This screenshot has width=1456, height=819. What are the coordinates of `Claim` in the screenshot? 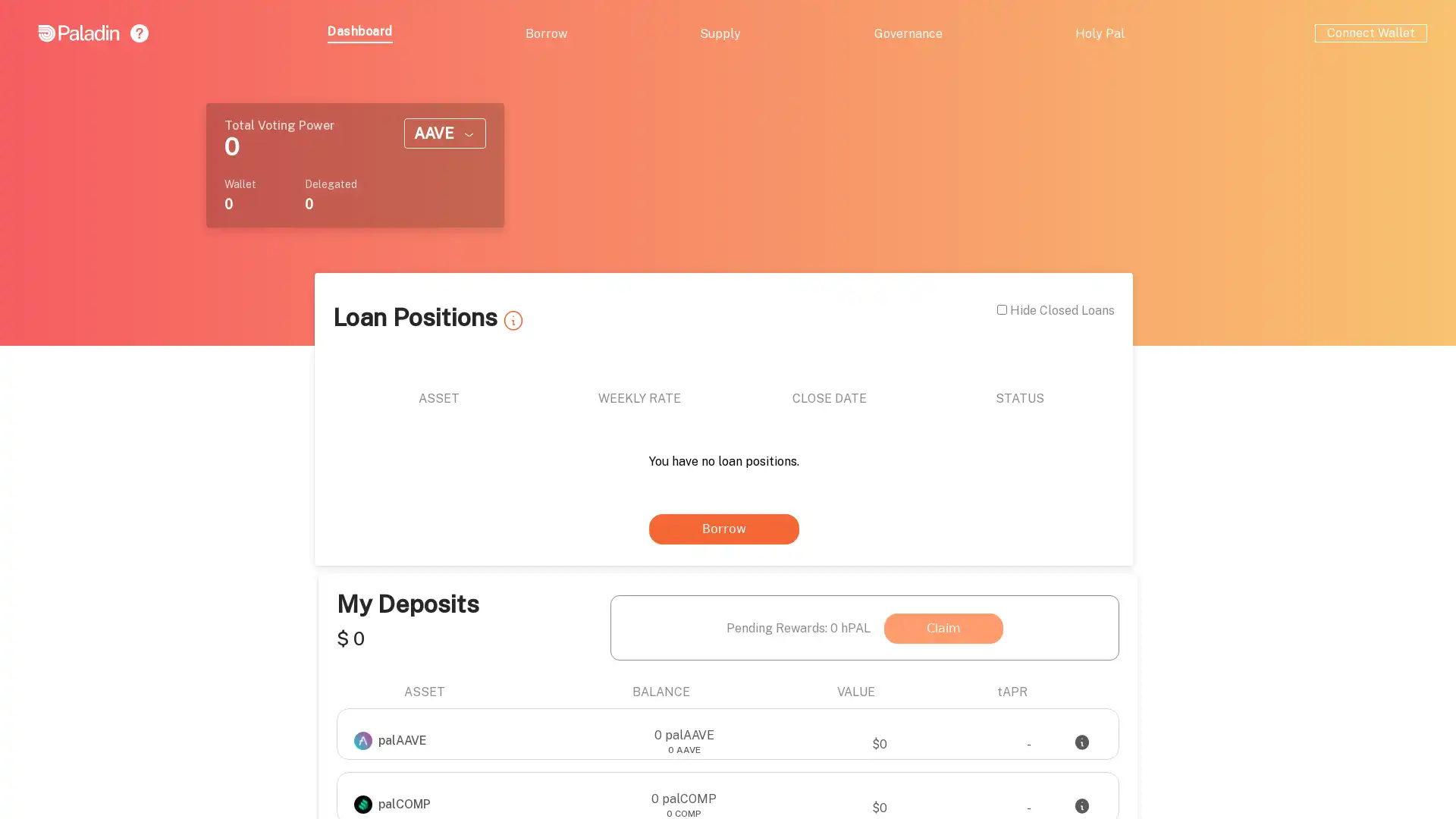 It's located at (1153, 320).